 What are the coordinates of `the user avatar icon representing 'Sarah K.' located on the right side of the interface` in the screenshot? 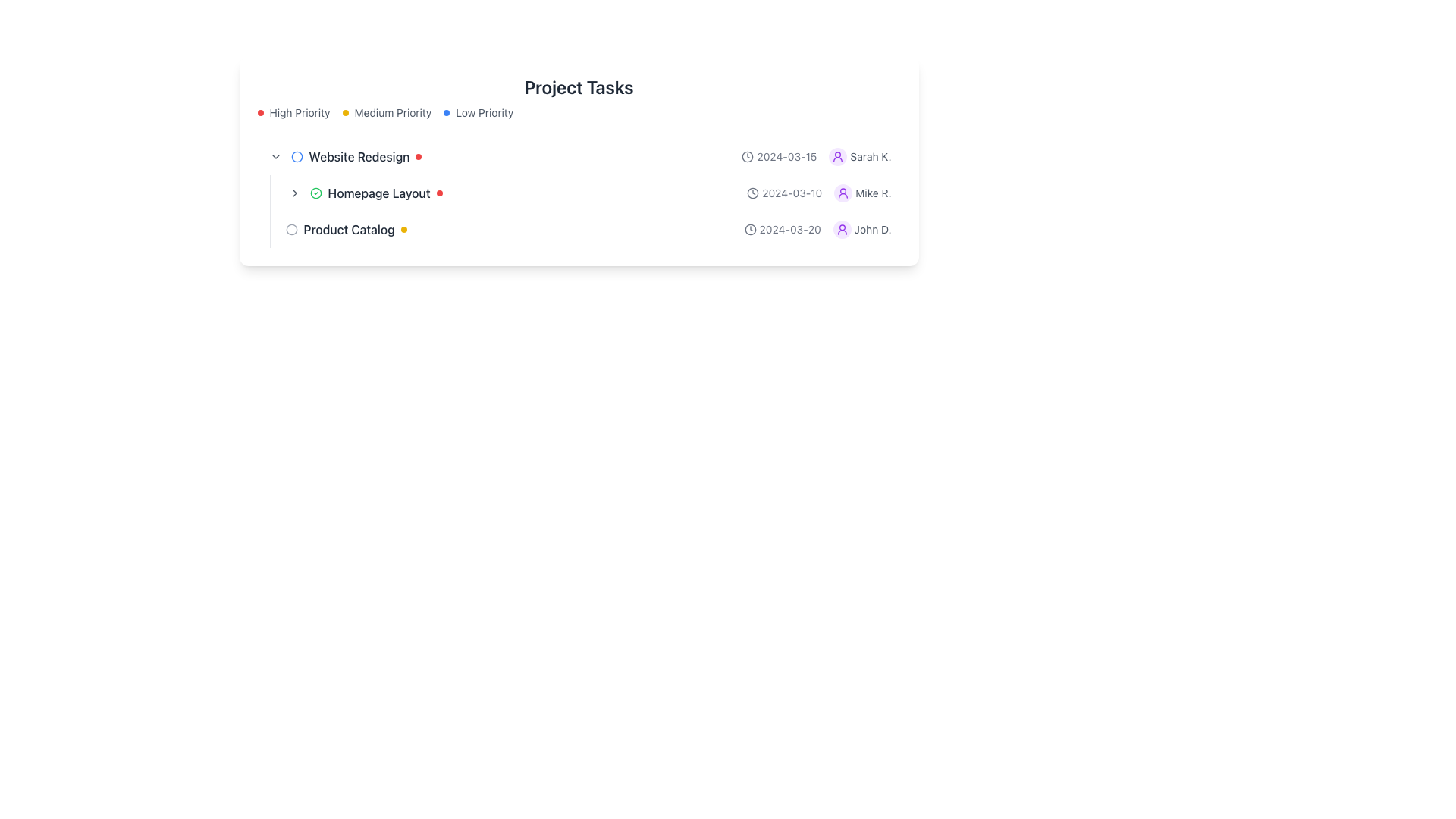 It's located at (837, 157).